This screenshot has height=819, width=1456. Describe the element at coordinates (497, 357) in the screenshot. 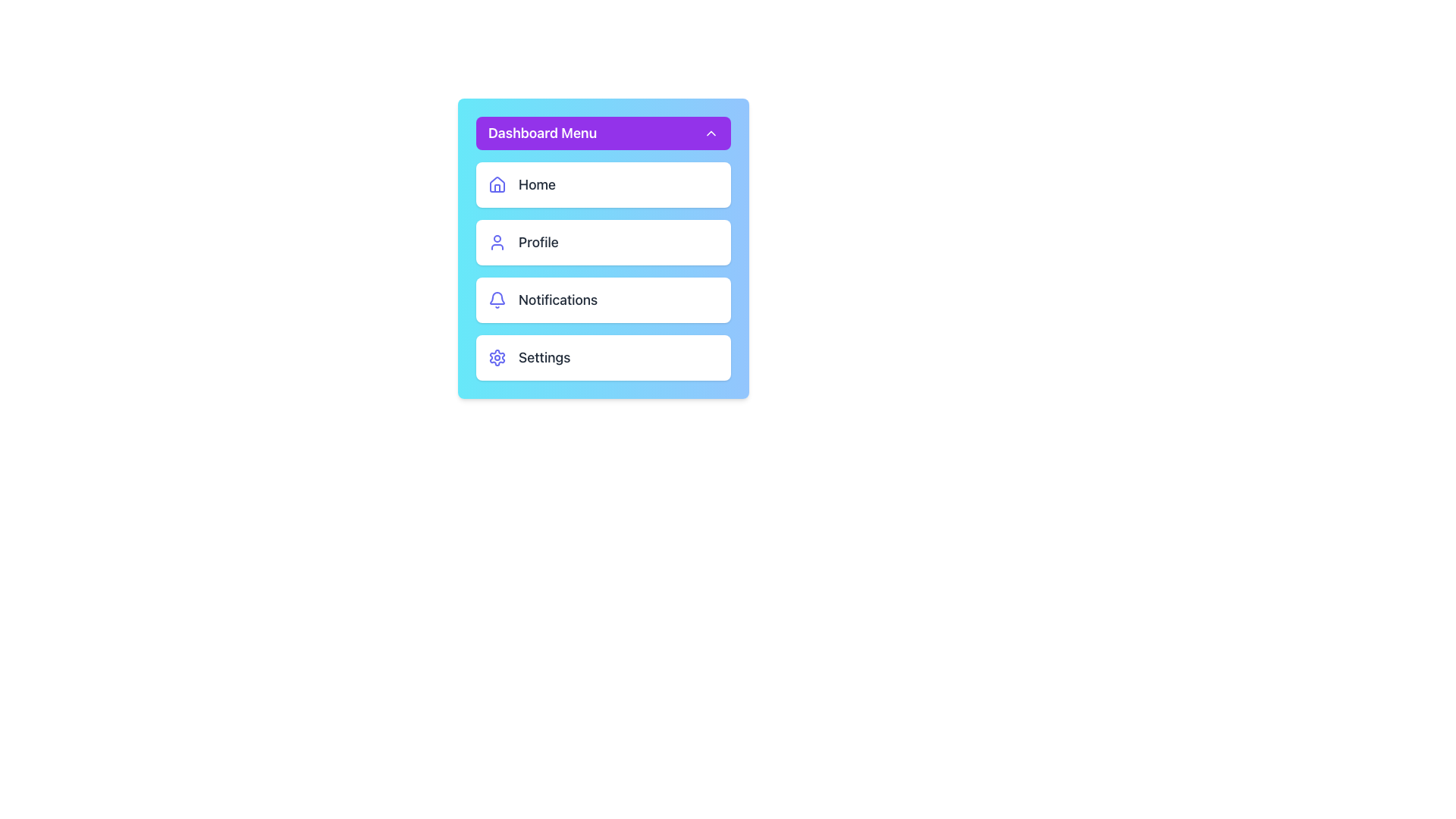

I see `the indigo gear icon representing the 'Settings' option in the menu, which is styled with a shadow and rounded edges` at that location.